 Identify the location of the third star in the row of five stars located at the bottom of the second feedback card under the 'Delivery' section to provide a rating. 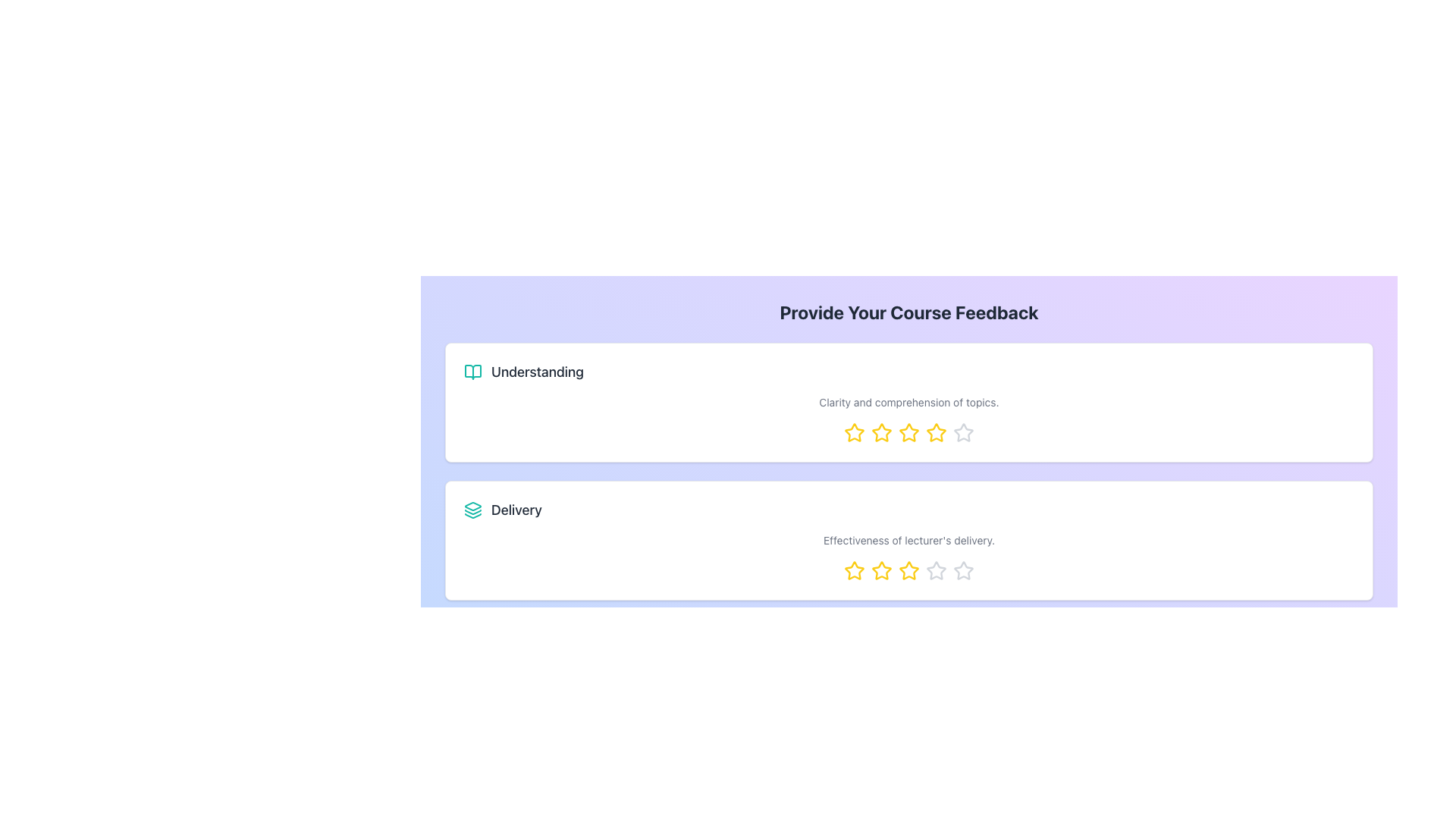
(909, 708).